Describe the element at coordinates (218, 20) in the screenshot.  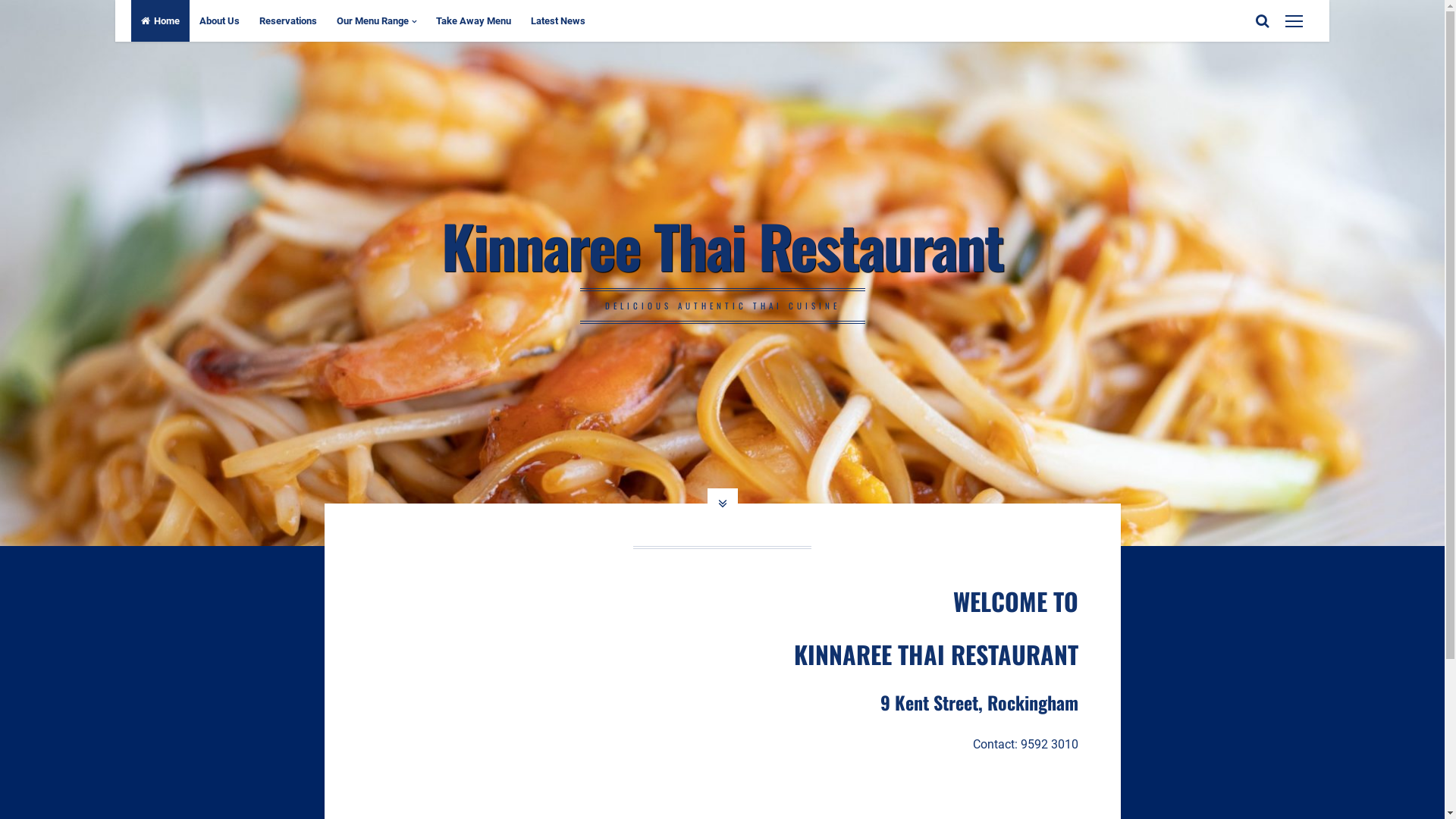
I see `'About Us'` at that location.